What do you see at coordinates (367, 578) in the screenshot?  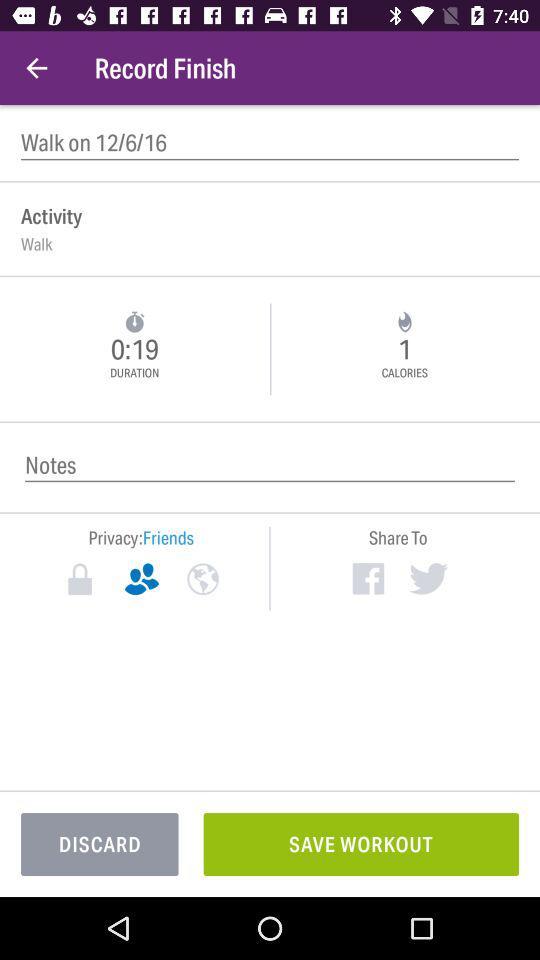 I see `the facebook icon` at bounding box center [367, 578].